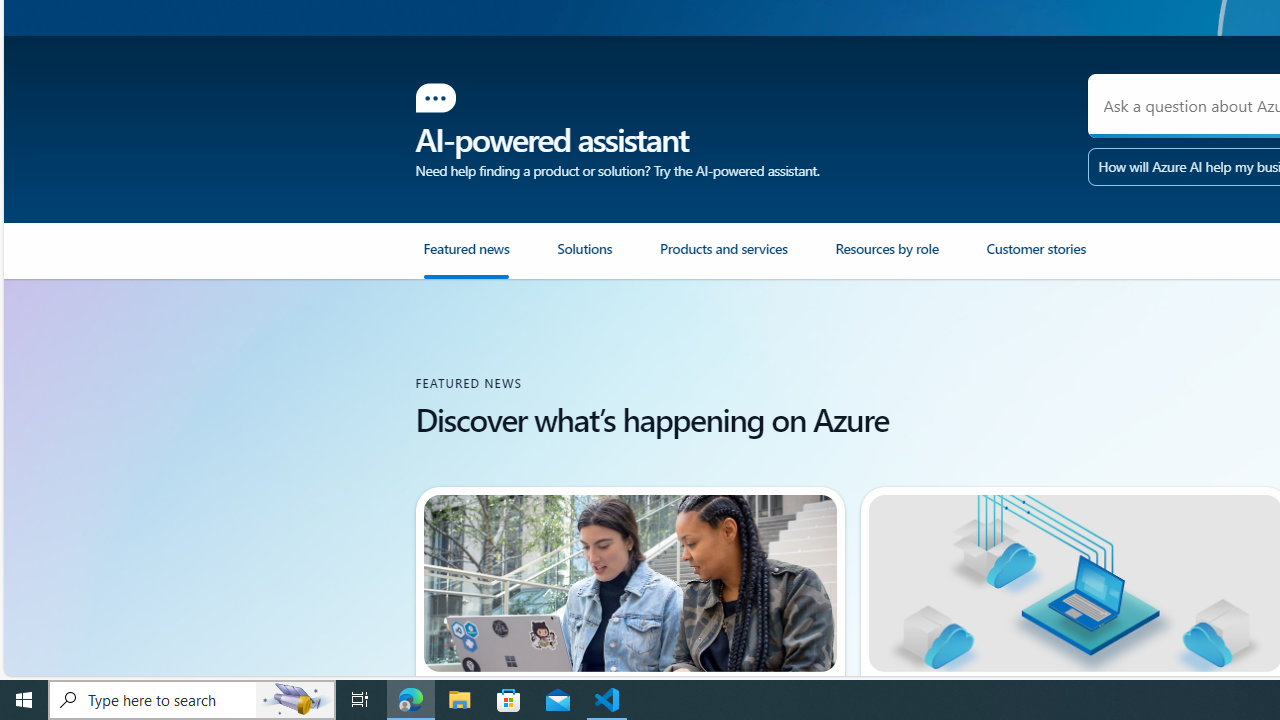 Image resolution: width=1280 pixels, height=720 pixels. What do you see at coordinates (607, 258) in the screenshot?
I see `'Solutions'` at bounding box center [607, 258].